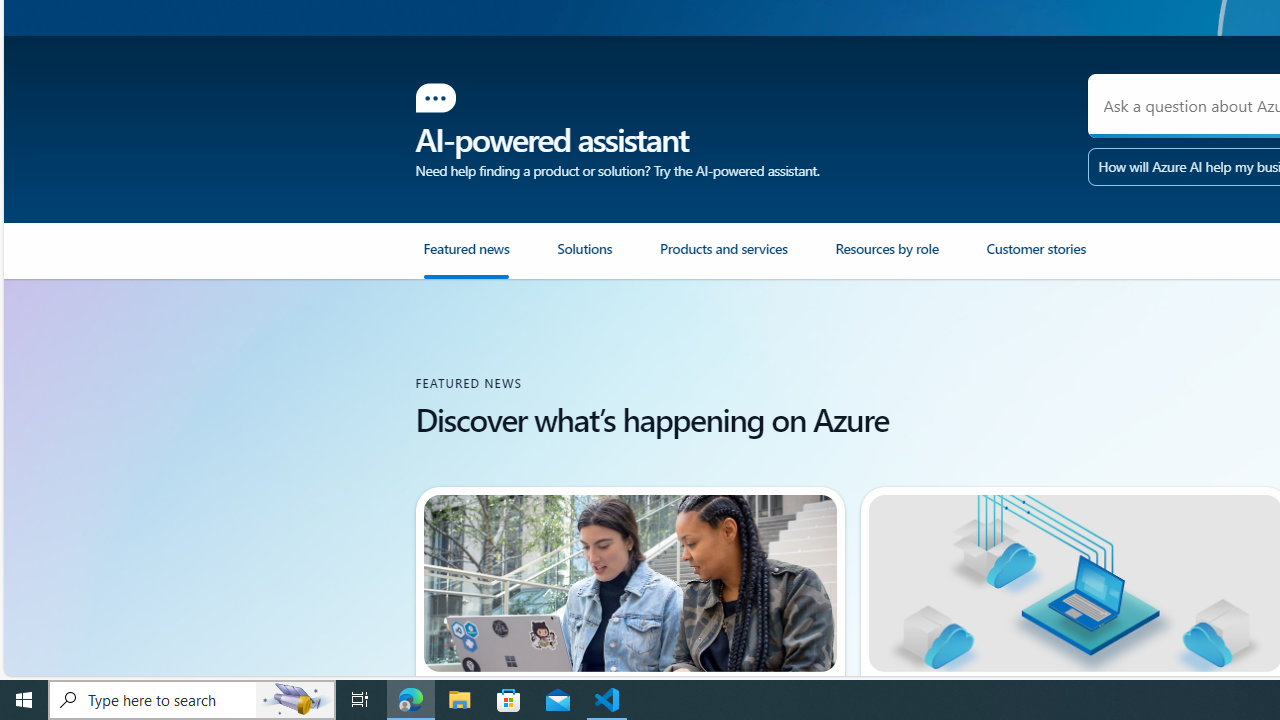 Image resolution: width=1280 pixels, height=720 pixels. What do you see at coordinates (607, 258) in the screenshot?
I see `'Solutions'` at bounding box center [607, 258].